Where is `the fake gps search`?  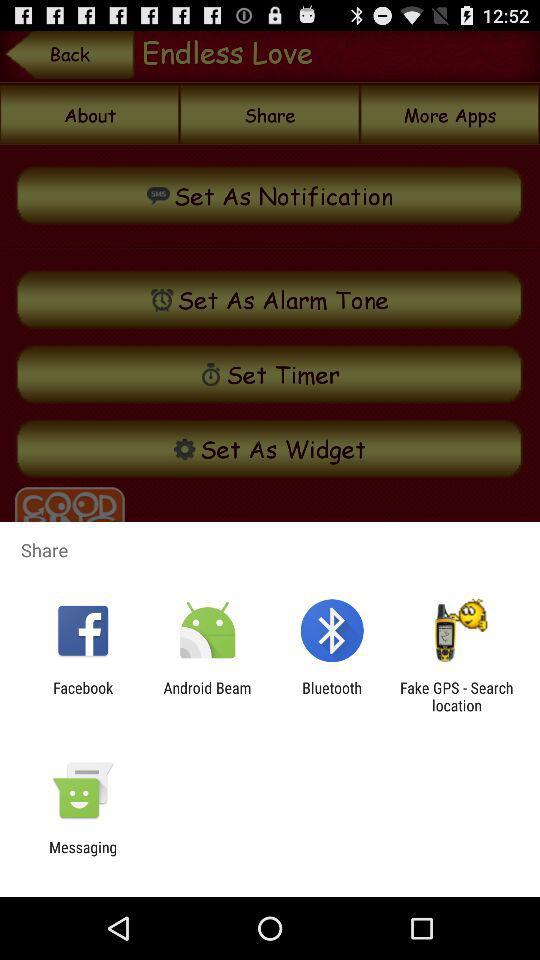
the fake gps search is located at coordinates (456, 696).